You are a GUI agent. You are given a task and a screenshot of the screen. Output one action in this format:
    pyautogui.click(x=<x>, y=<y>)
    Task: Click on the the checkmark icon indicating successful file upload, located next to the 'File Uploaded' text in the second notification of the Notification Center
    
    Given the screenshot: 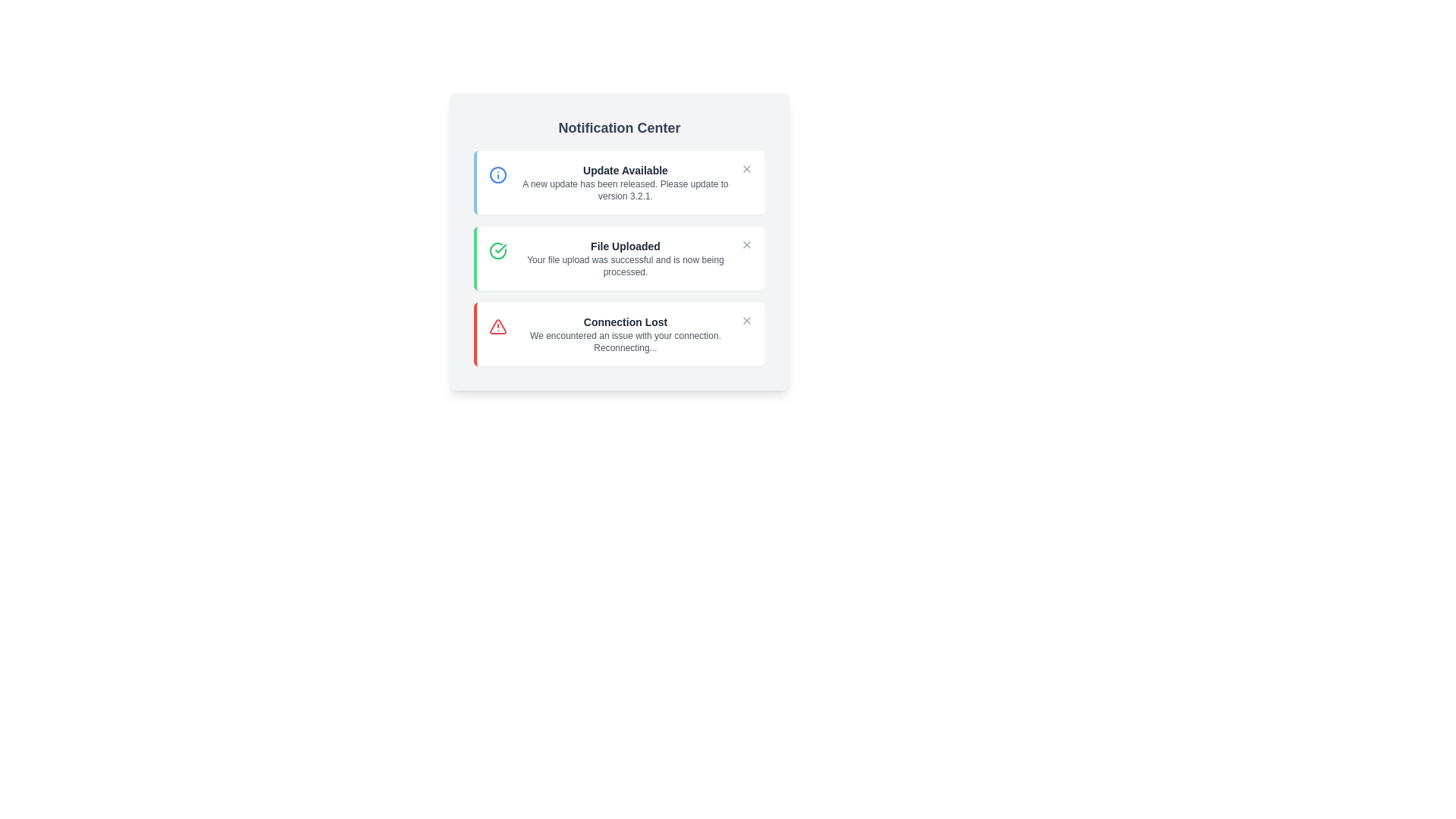 What is the action you would take?
    pyautogui.click(x=500, y=247)
    